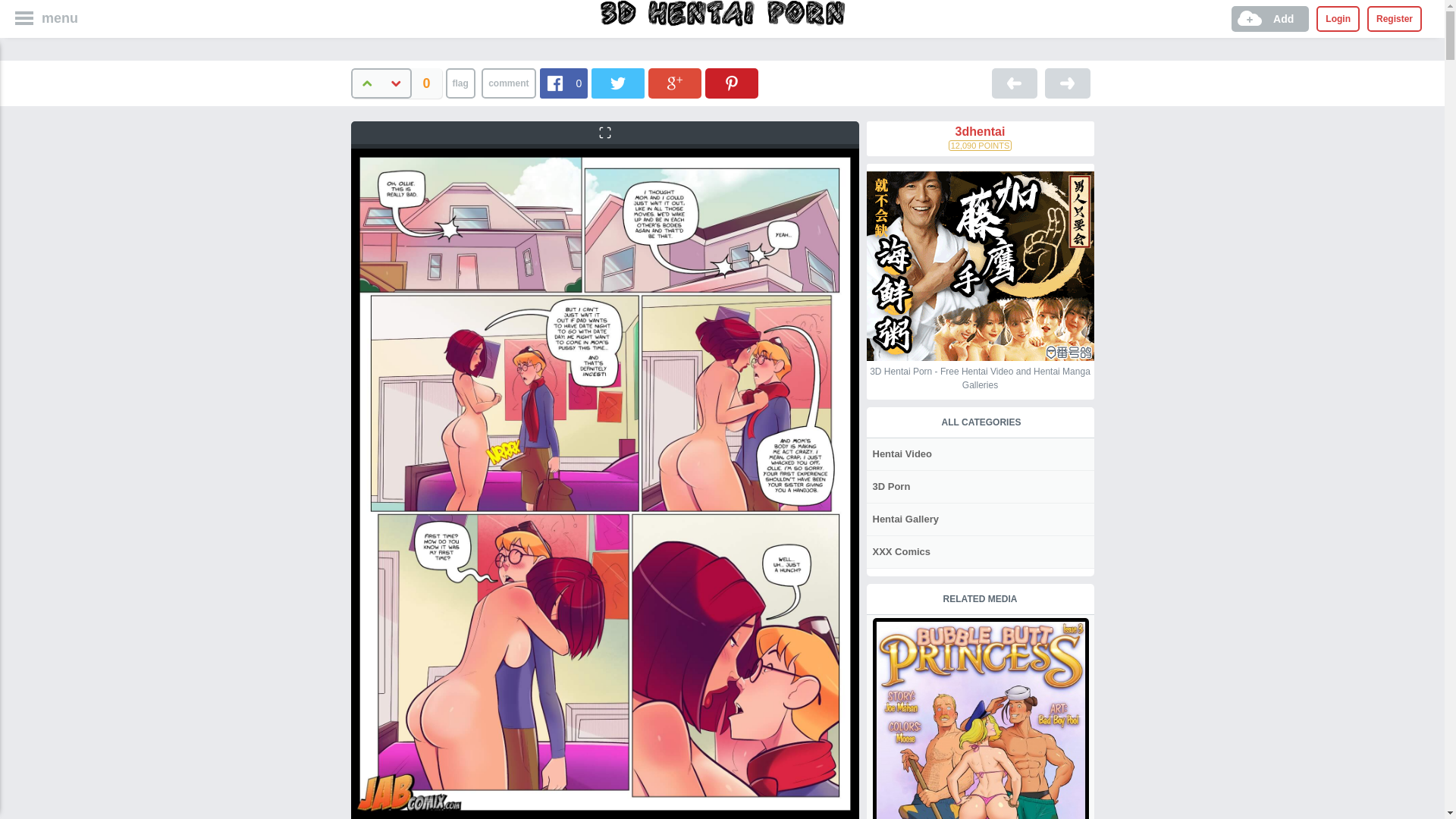 Image resolution: width=1456 pixels, height=819 pixels. What do you see at coordinates (349, 83) in the screenshot?
I see `'+'` at bounding box center [349, 83].